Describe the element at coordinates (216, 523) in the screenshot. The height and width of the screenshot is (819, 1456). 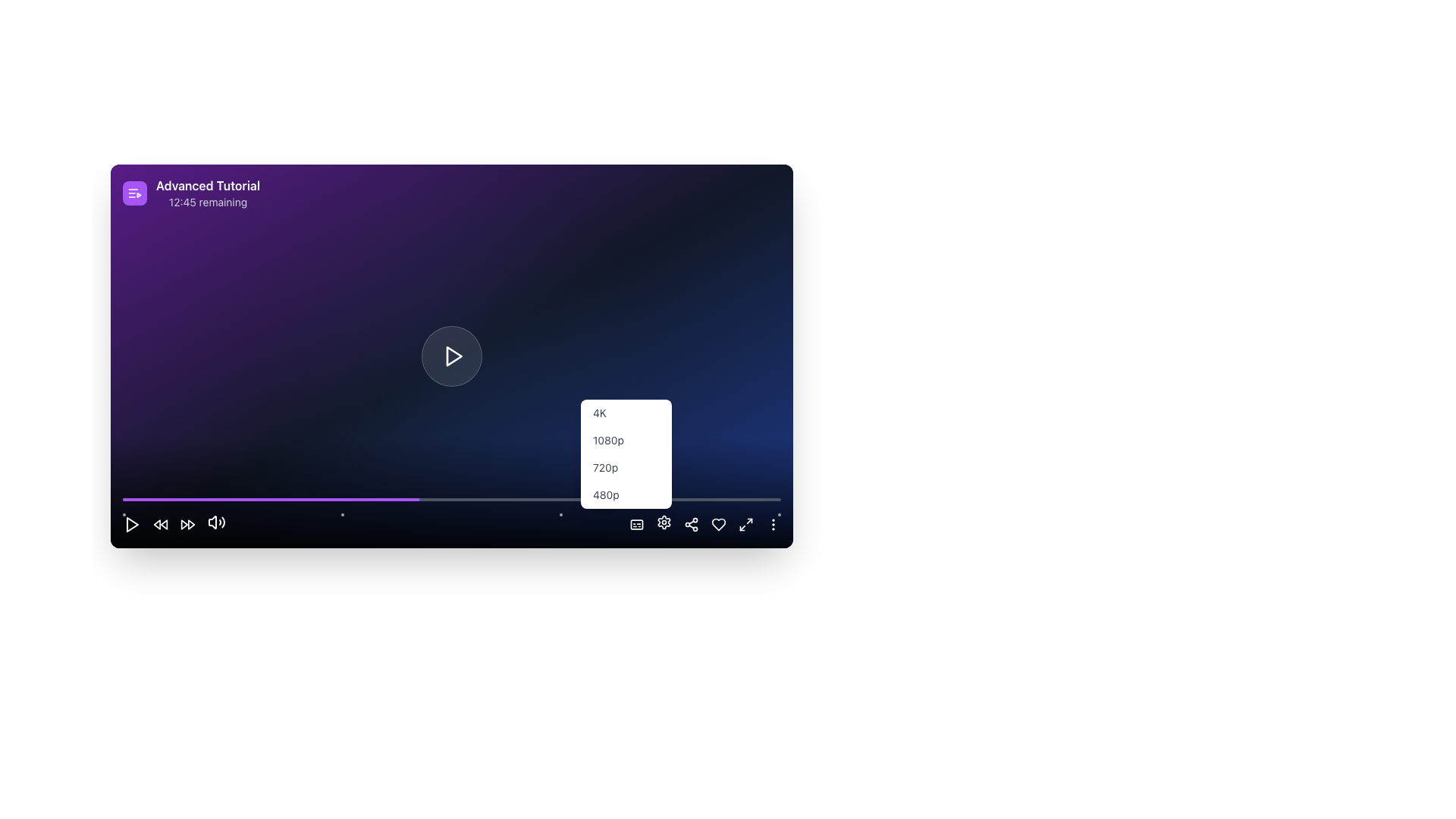
I see `the mute/unmute button located in the fifth position from the left in the bottom control bar of the video player interface` at that location.